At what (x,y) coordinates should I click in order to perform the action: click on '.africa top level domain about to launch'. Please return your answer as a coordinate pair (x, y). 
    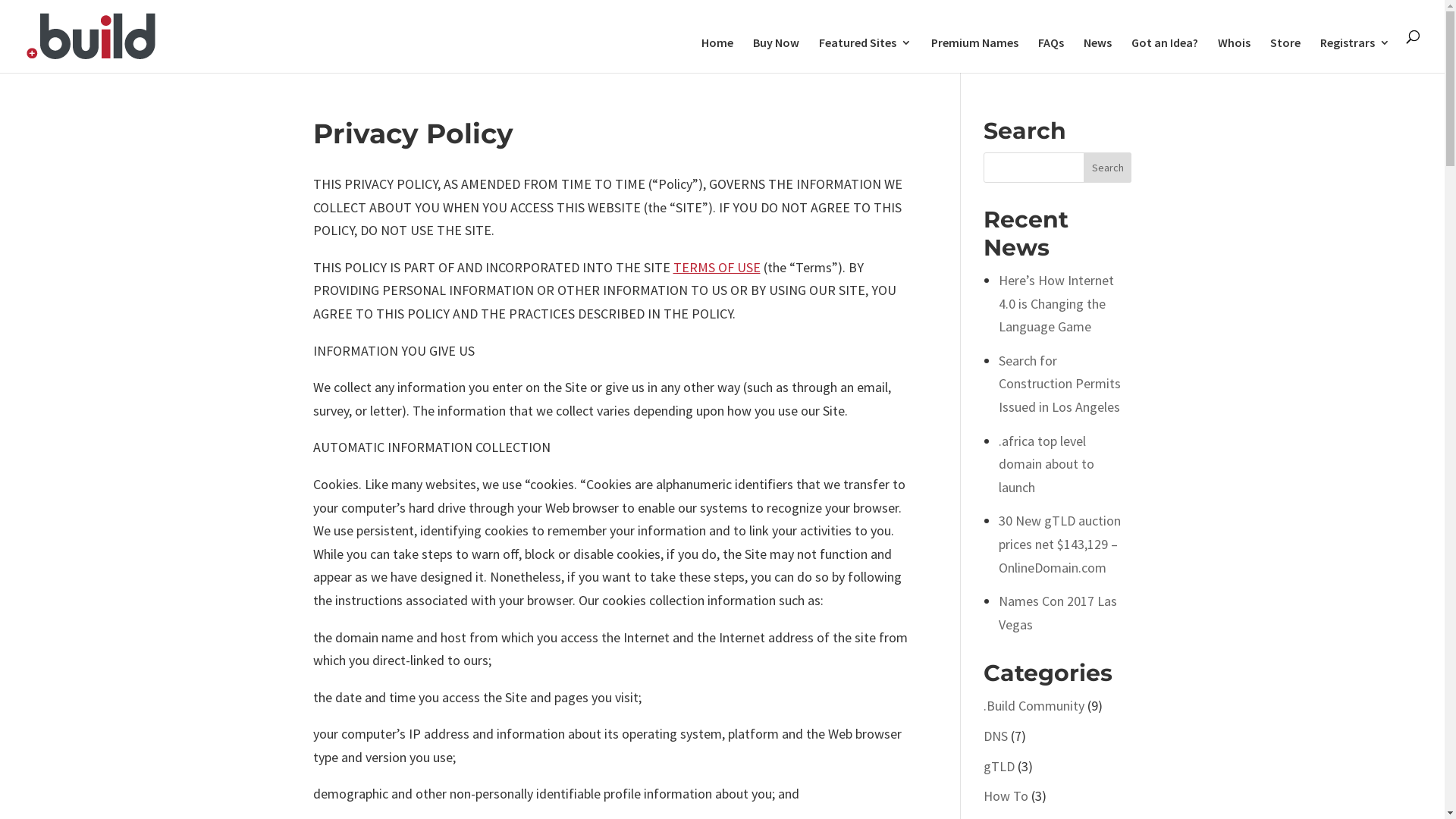
    Looking at the image, I should click on (998, 463).